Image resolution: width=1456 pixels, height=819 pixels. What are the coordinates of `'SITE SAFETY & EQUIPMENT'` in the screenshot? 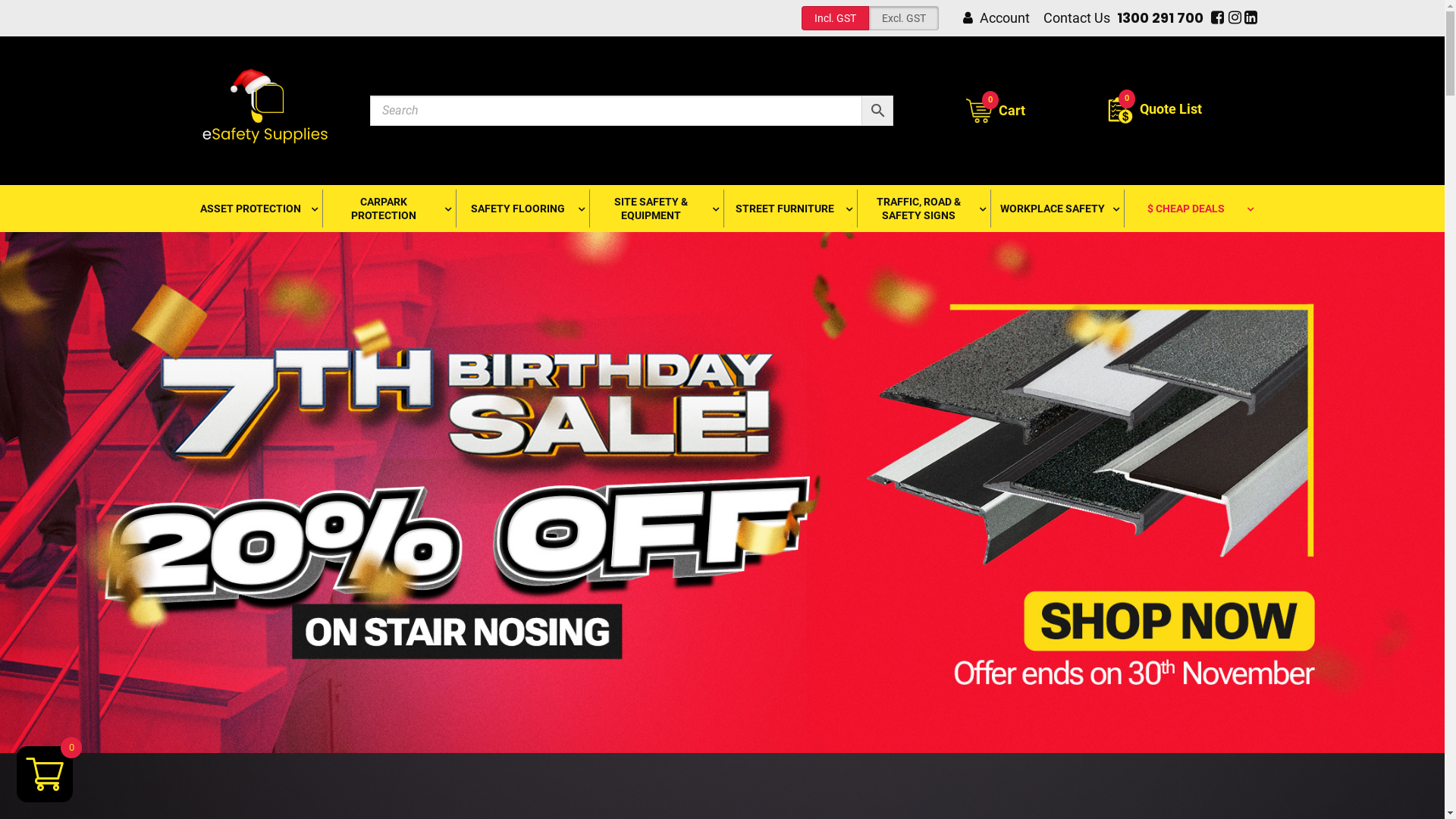 It's located at (588, 208).